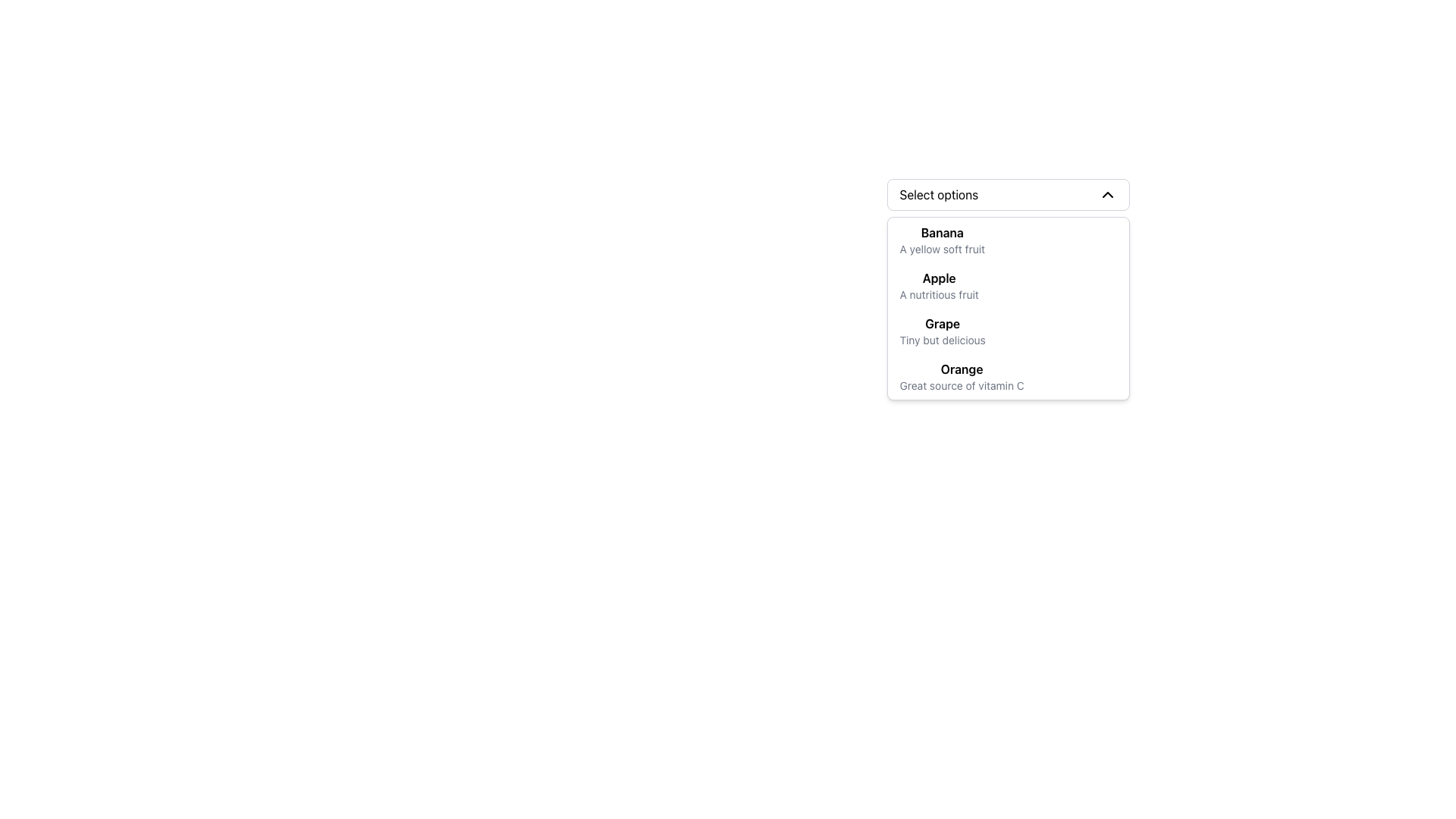  I want to click on the Dropdown trigger button labeled 'Select options', so click(1008, 194).